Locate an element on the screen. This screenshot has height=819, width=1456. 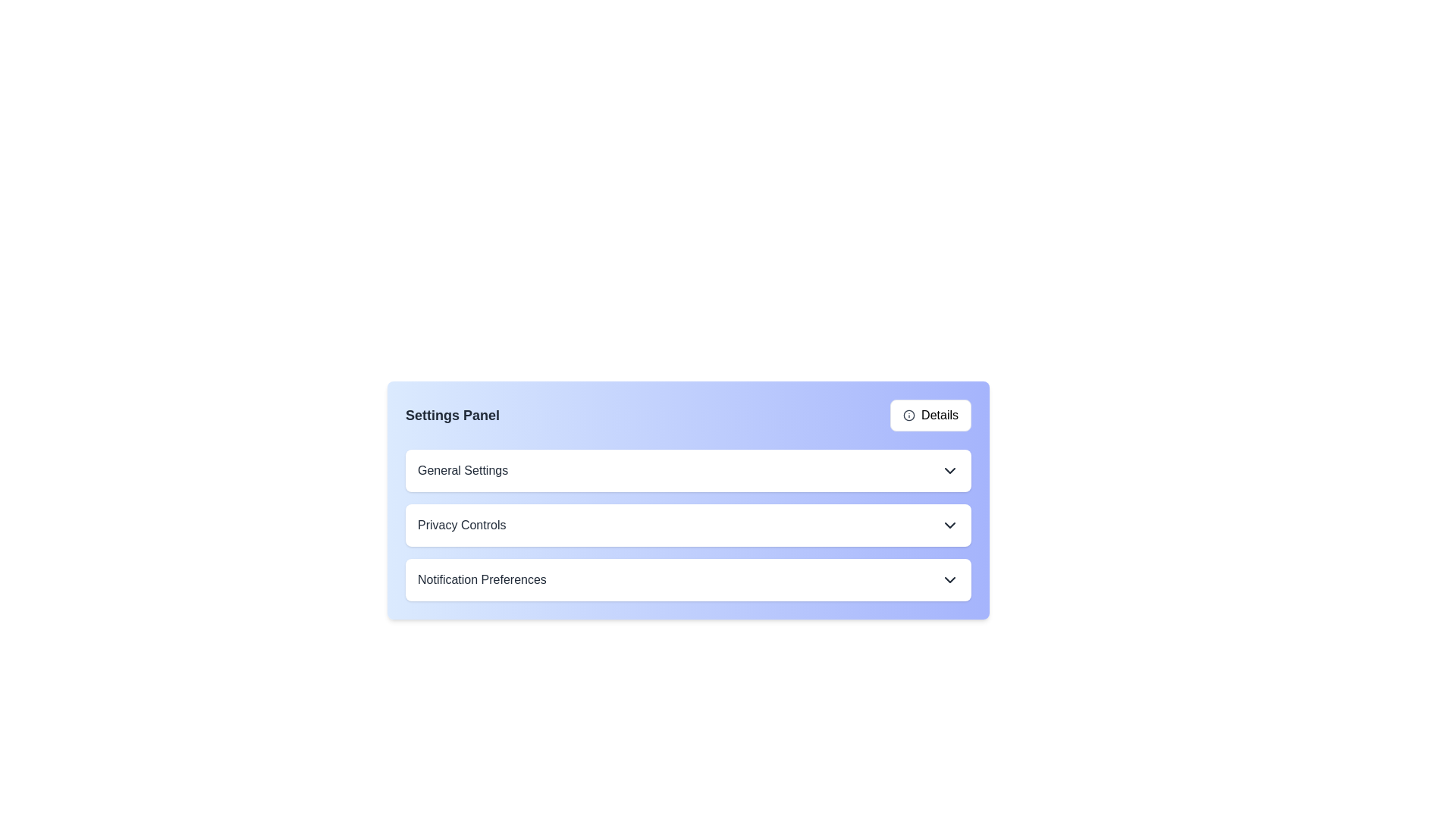
the surrounding icon that encompasses the circular element located in the top-right corner of the settings panel interface, adjacent to the label 'Details' is located at coordinates (909, 415).